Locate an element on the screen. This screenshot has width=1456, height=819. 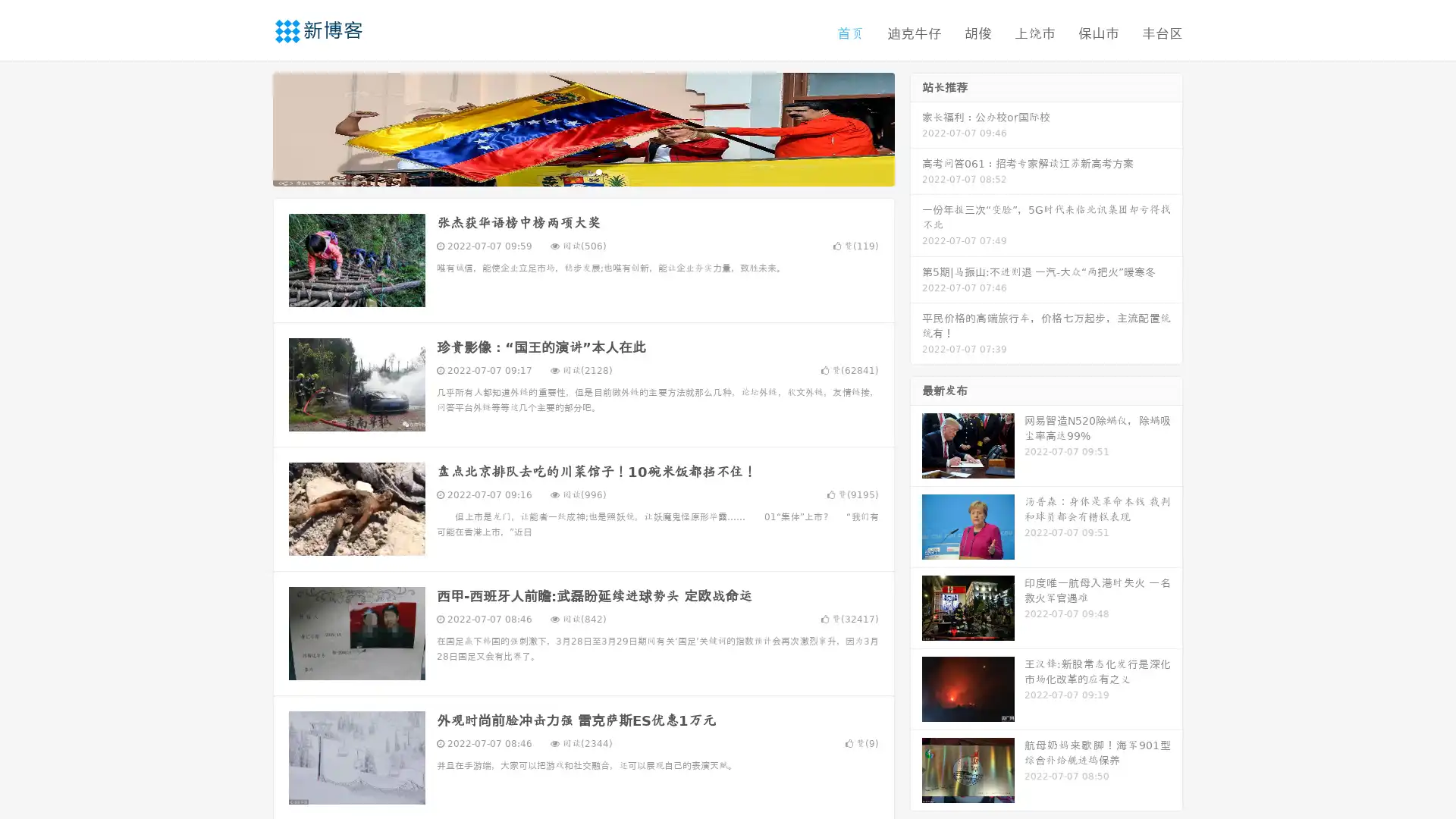
Next slide is located at coordinates (916, 127).